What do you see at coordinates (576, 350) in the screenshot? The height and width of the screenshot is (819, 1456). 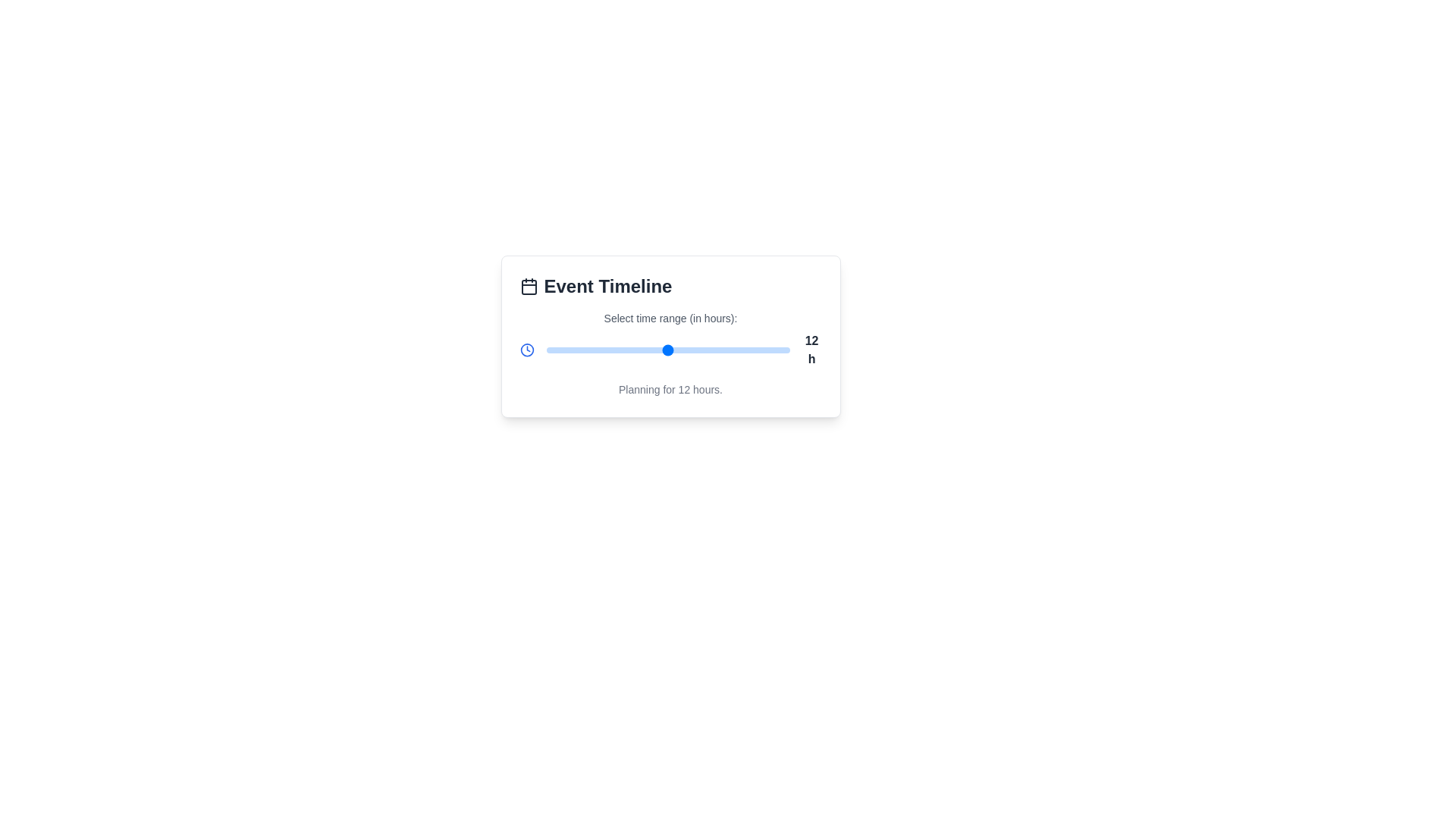 I see `the time range` at bounding box center [576, 350].